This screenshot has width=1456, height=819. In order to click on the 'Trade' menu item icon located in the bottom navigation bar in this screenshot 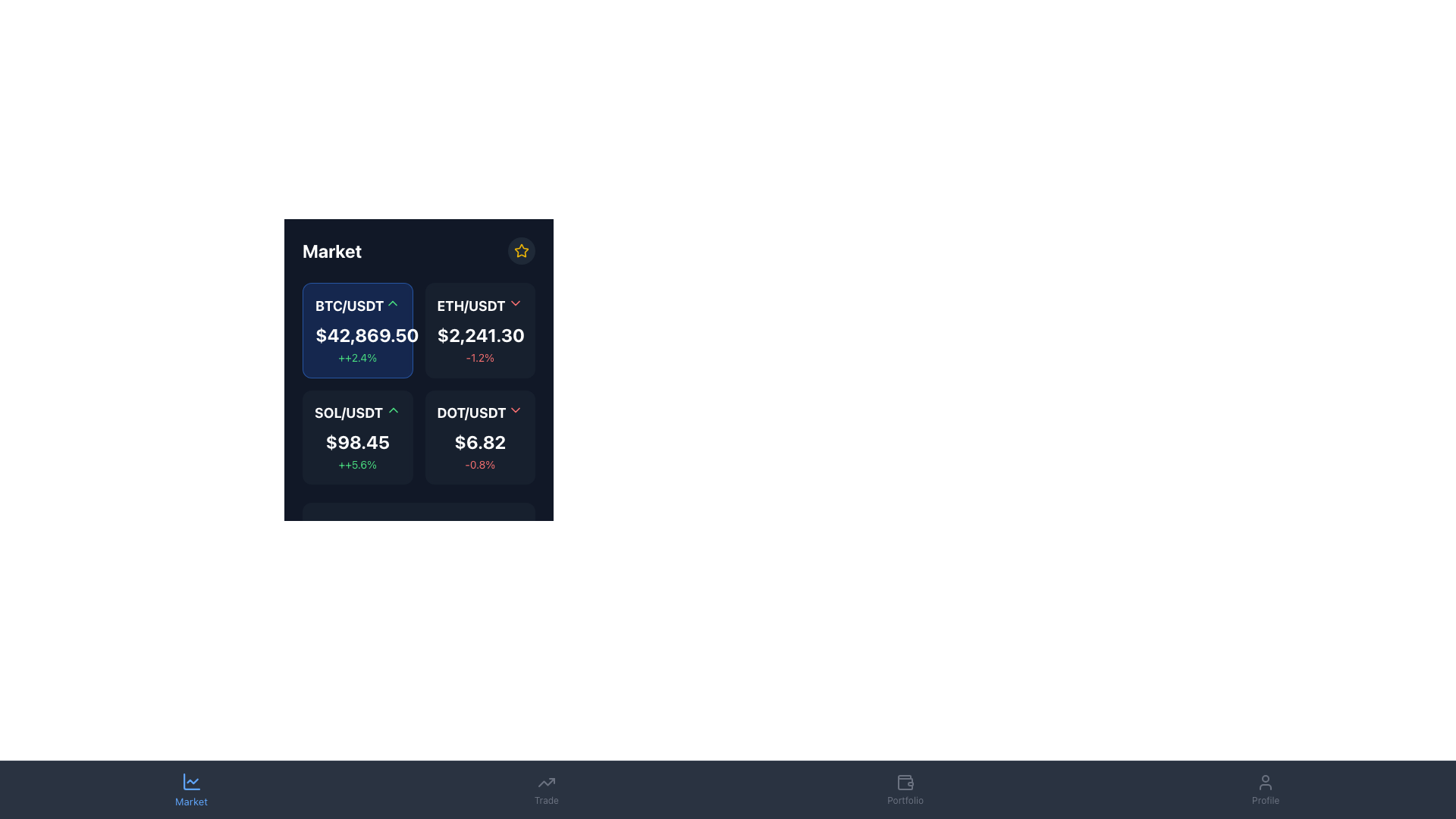, I will do `click(546, 783)`.